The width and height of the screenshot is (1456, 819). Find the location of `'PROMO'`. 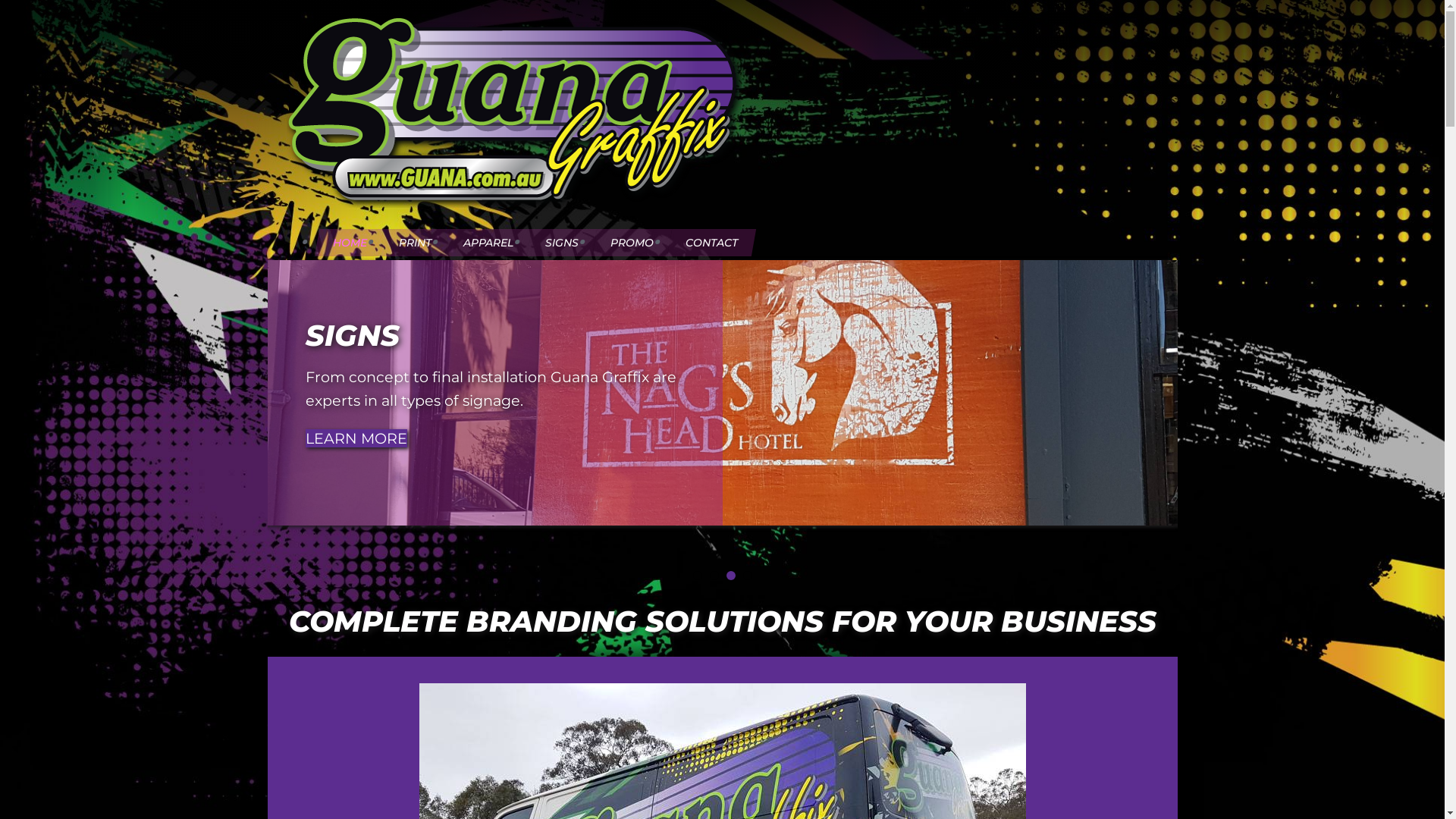

'PROMO' is located at coordinates (632, 242).